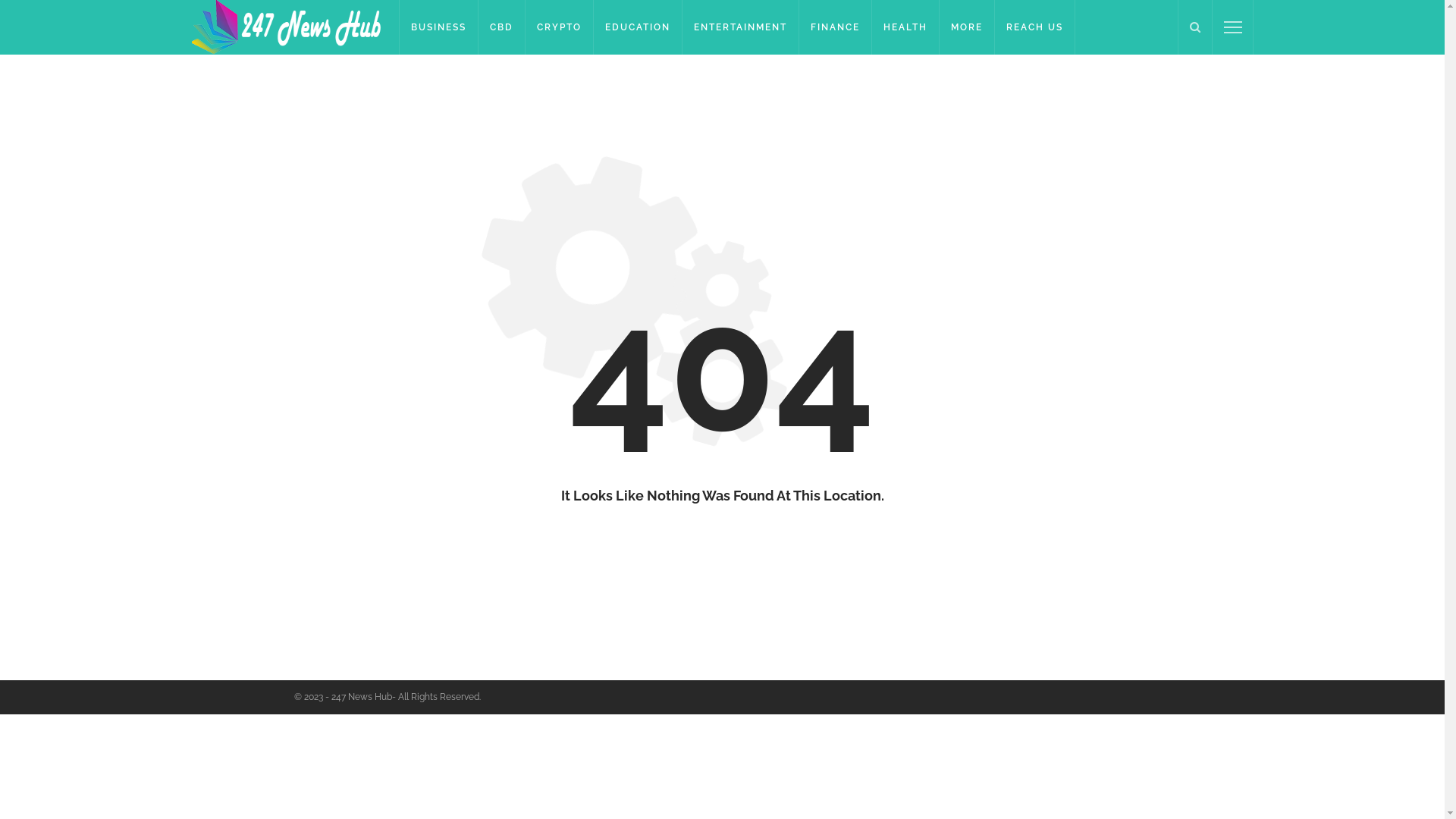  Describe the element at coordinates (438, 27) in the screenshot. I see `'BUSINESS'` at that location.